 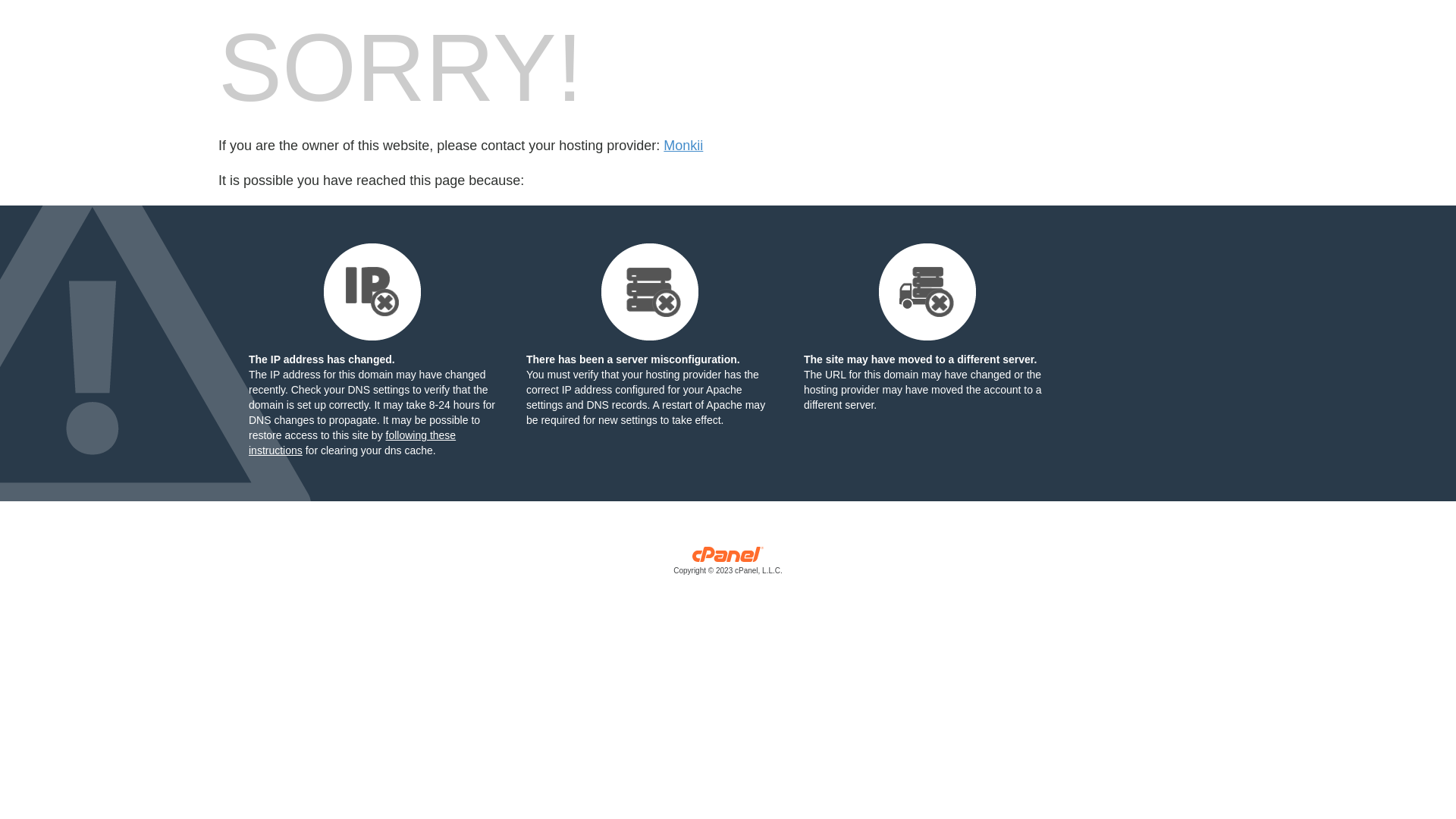 What do you see at coordinates (682, 146) in the screenshot?
I see `'Monkii'` at bounding box center [682, 146].